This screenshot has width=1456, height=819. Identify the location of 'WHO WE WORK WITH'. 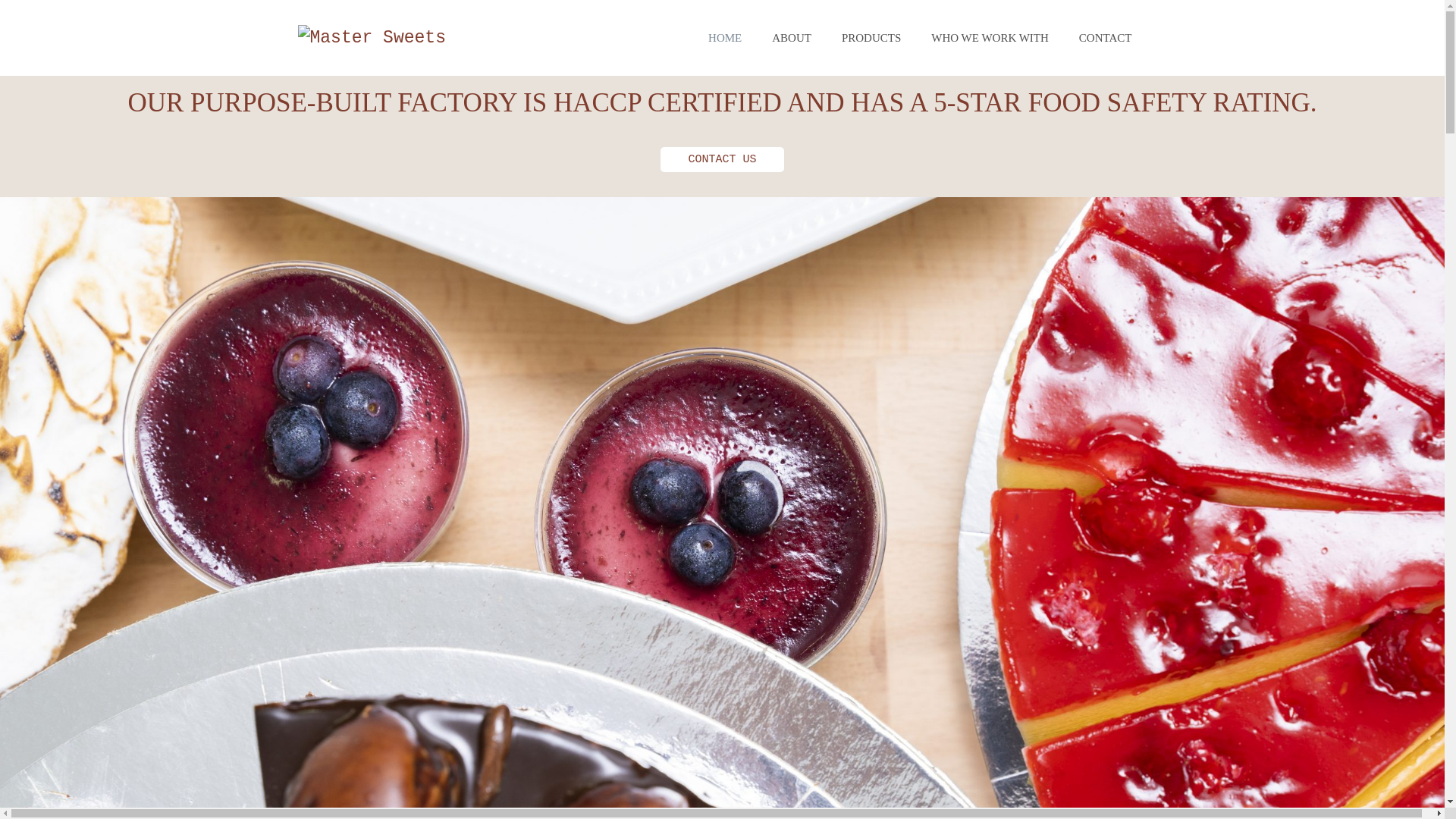
(990, 37).